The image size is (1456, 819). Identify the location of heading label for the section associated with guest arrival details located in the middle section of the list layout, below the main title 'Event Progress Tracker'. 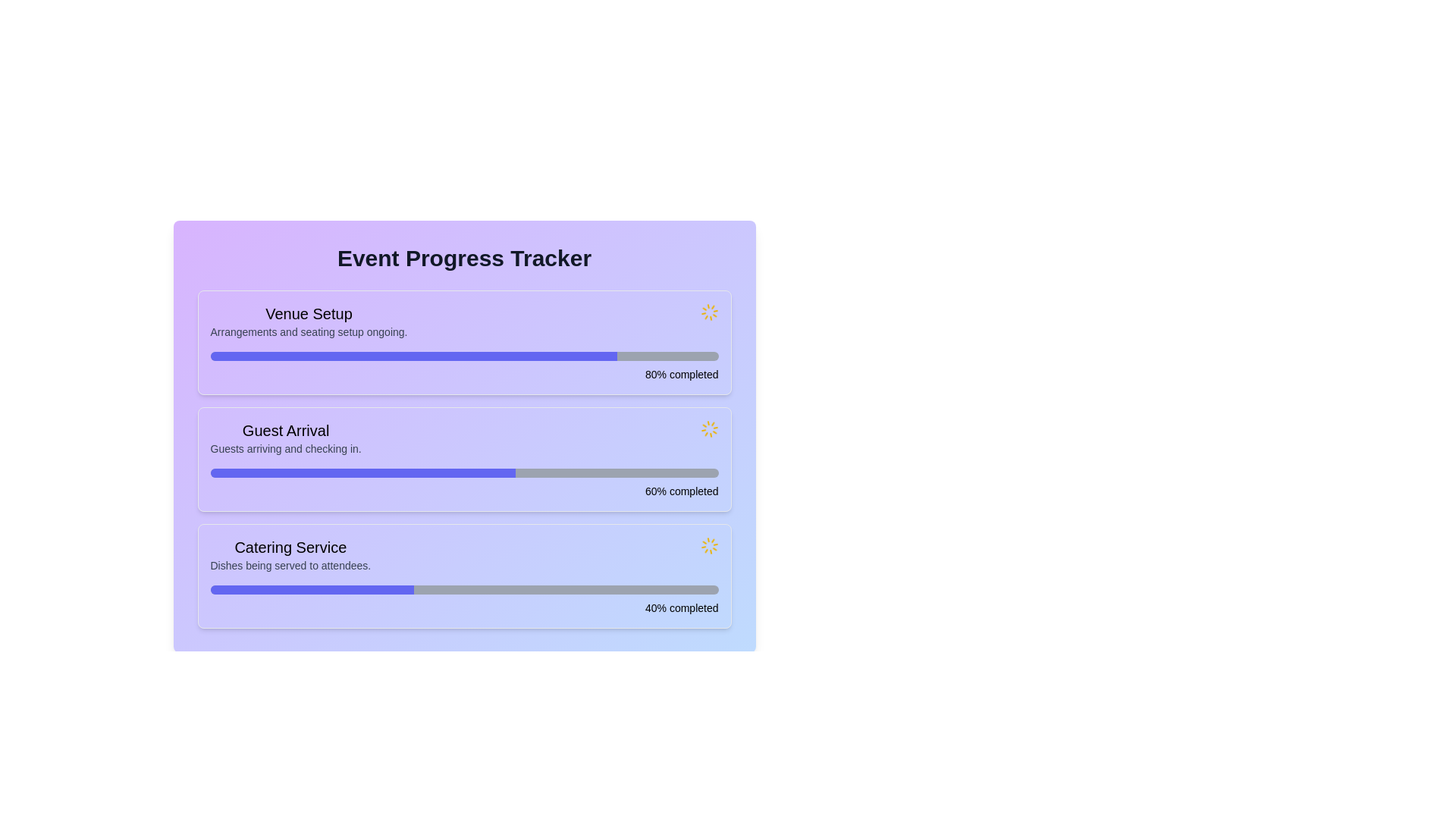
(286, 430).